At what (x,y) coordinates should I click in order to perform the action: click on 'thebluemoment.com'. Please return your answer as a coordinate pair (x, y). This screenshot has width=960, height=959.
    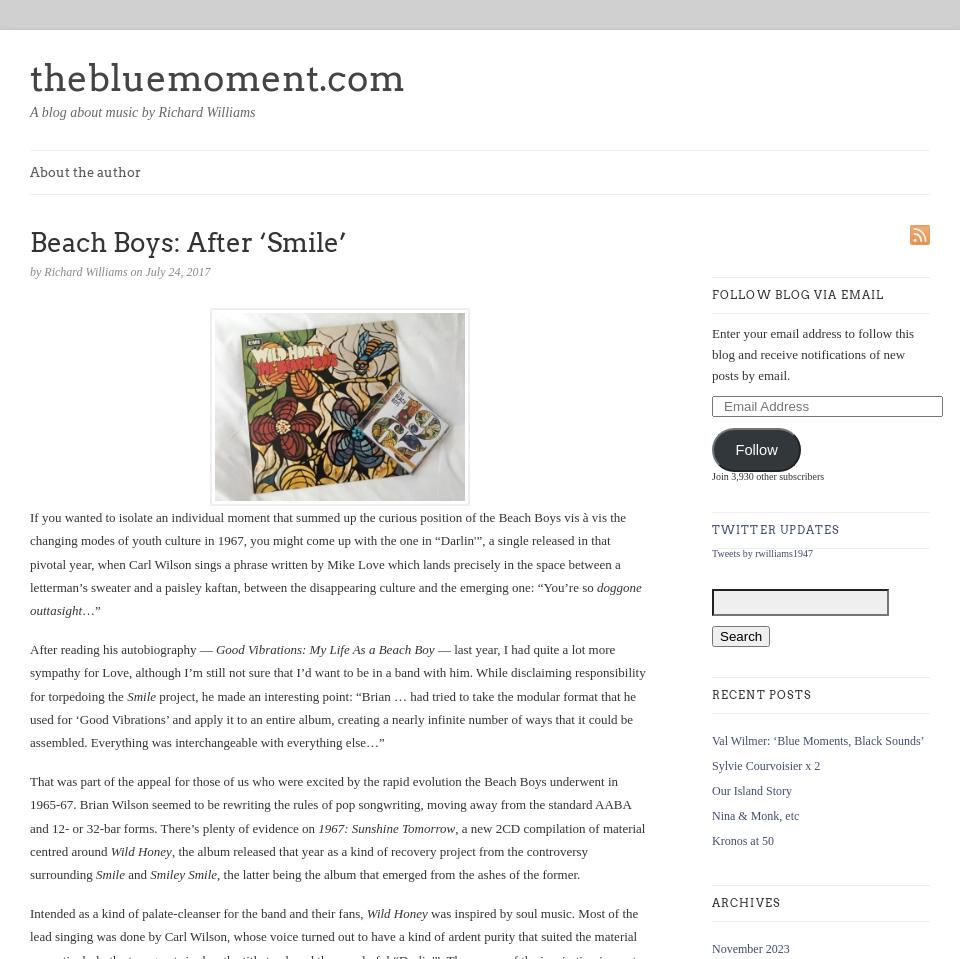
    Looking at the image, I should click on (217, 77).